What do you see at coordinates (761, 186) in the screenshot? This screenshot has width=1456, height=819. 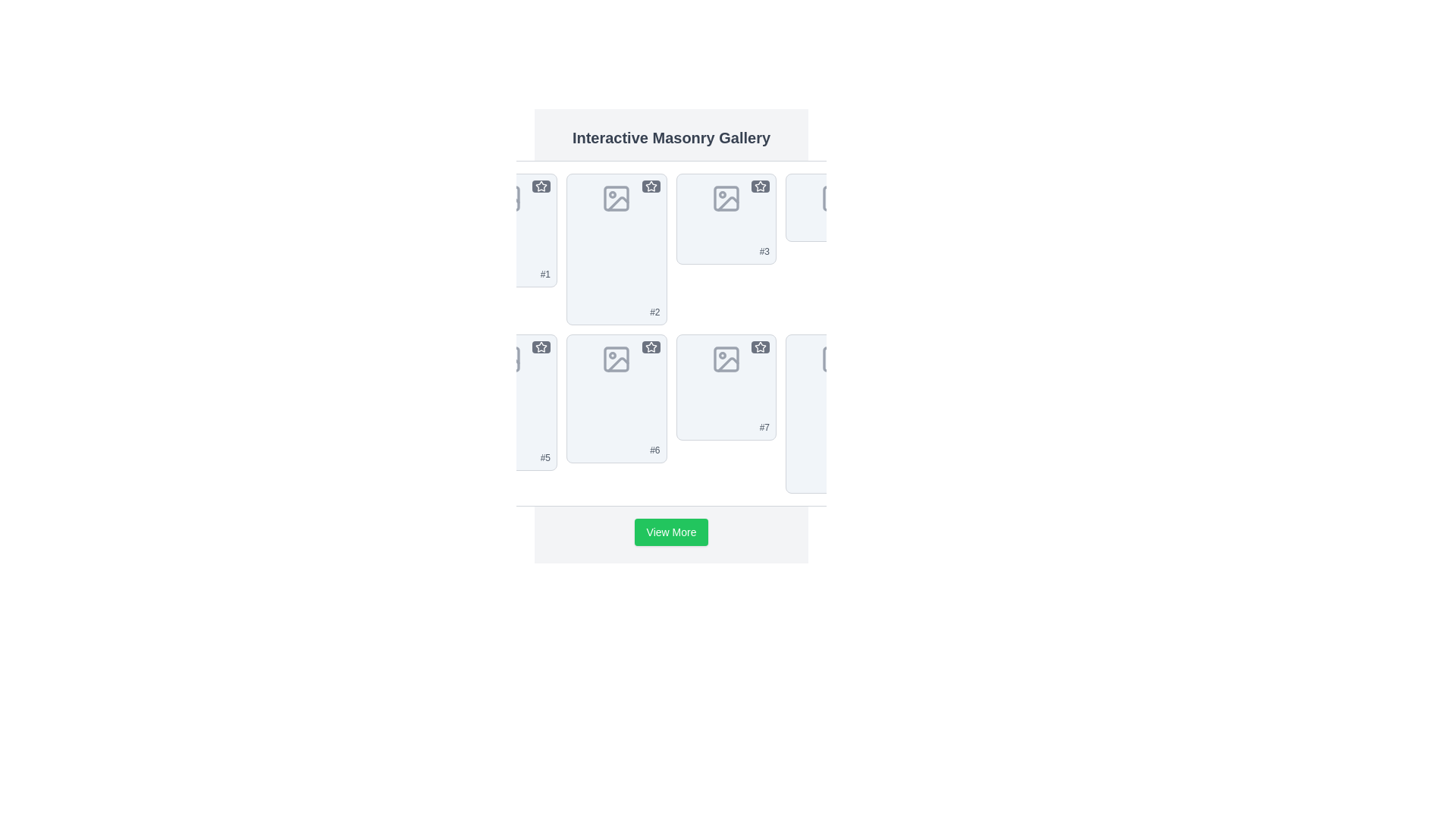 I see `the star icon located at the top-right corner of card '#3' in the Interactive Masonry Gallery` at bounding box center [761, 186].